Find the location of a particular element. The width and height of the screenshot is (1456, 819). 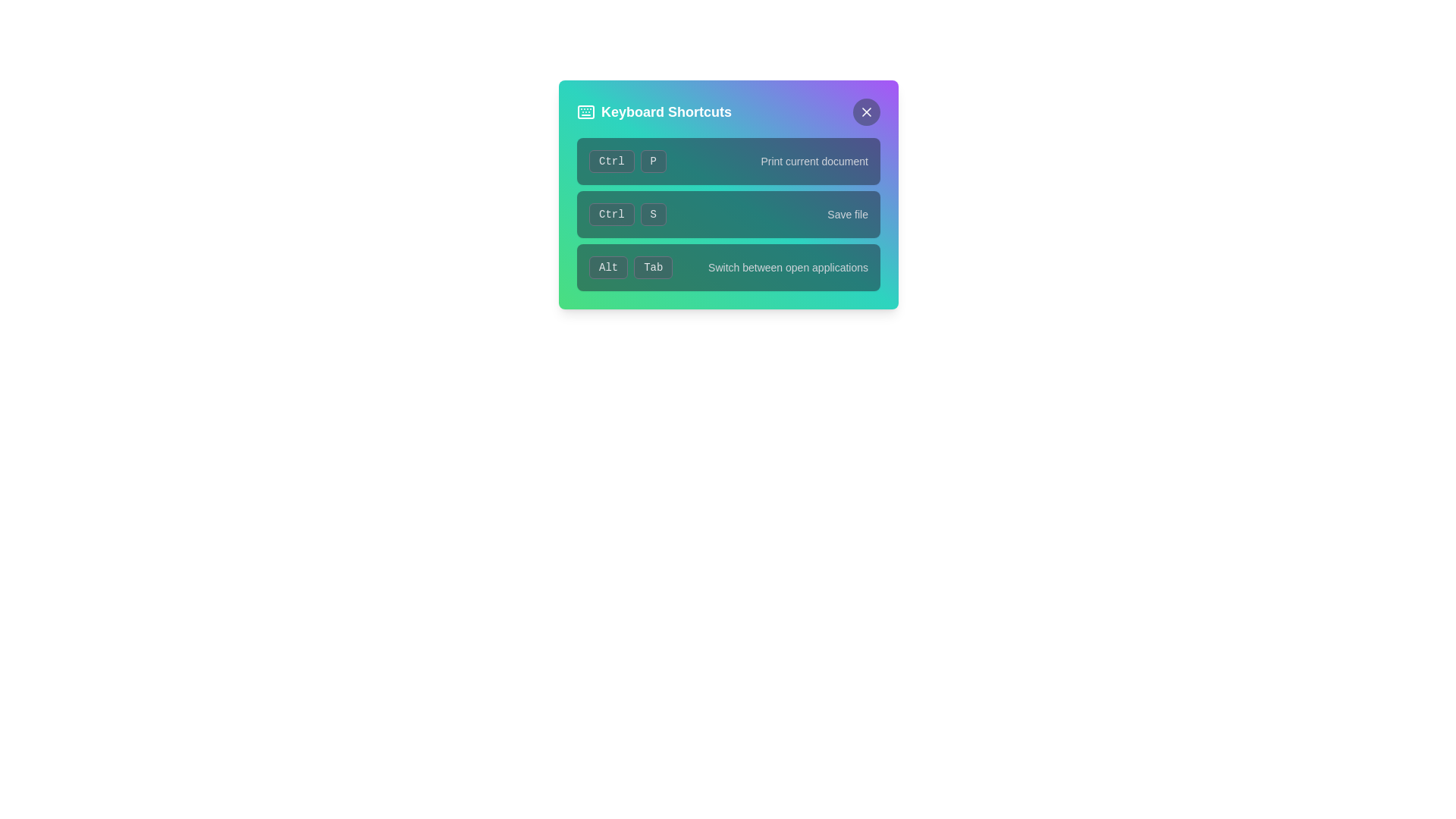

the informational label that displays the text 'Print current document', which is styled with a small font size and light gray color, located to the right of 'Ctrl' and 'P' in the Keyboard Shortcuts panel is located at coordinates (814, 161).